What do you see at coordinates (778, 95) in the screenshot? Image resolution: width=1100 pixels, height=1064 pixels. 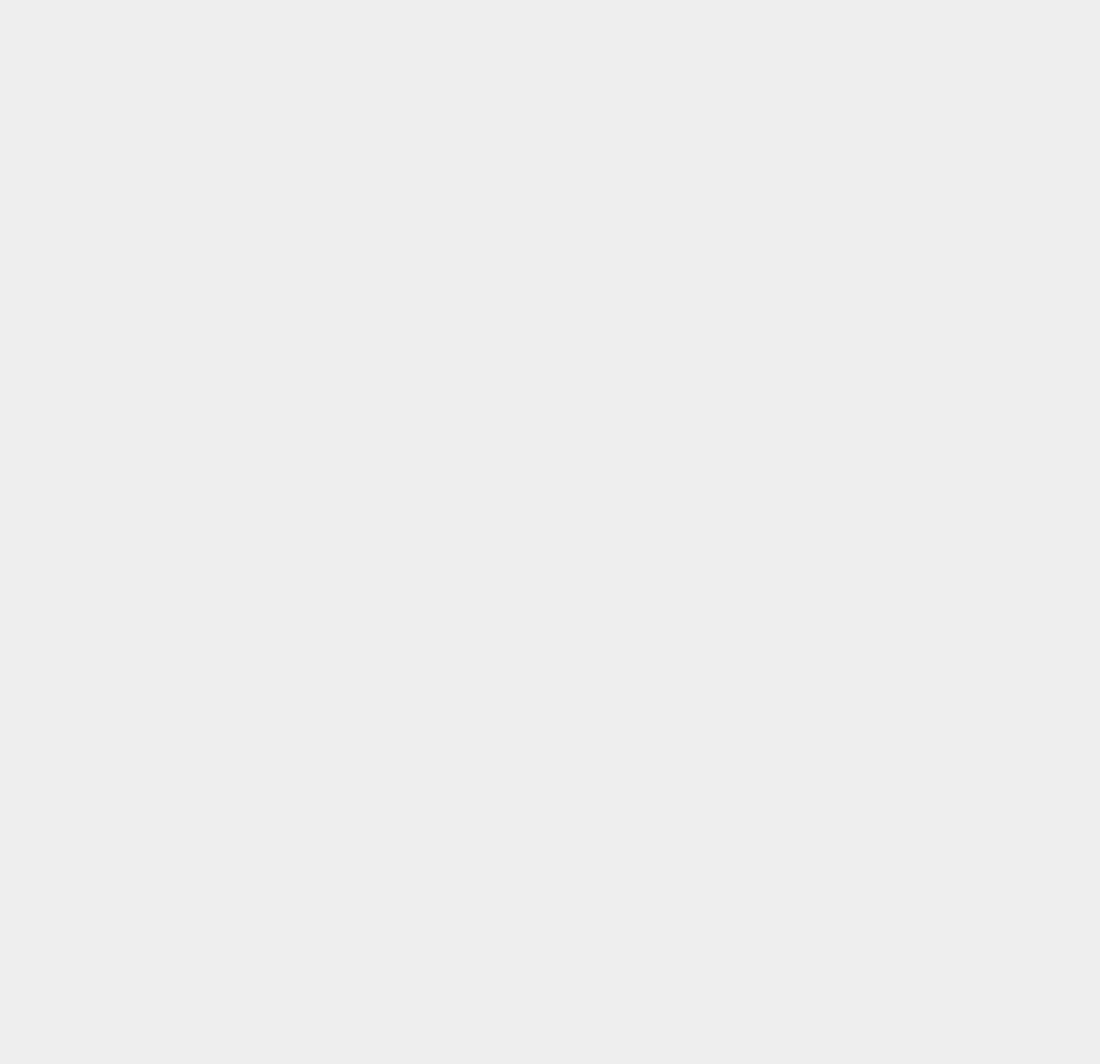 I see `'Rovio Mobile'` at bounding box center [778, 95].